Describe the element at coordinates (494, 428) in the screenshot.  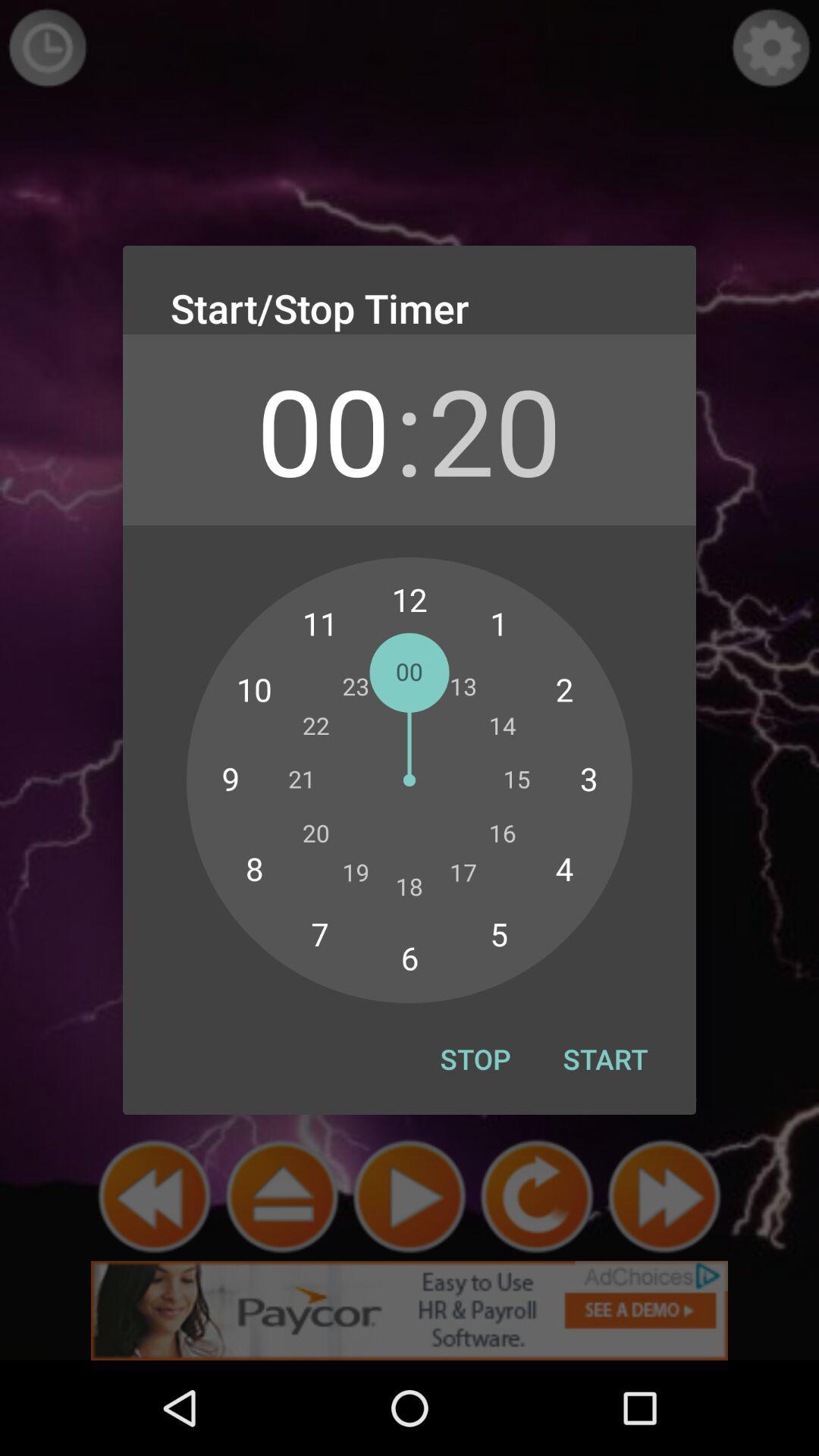
I see `the item below start/stop timer icon` at that location.